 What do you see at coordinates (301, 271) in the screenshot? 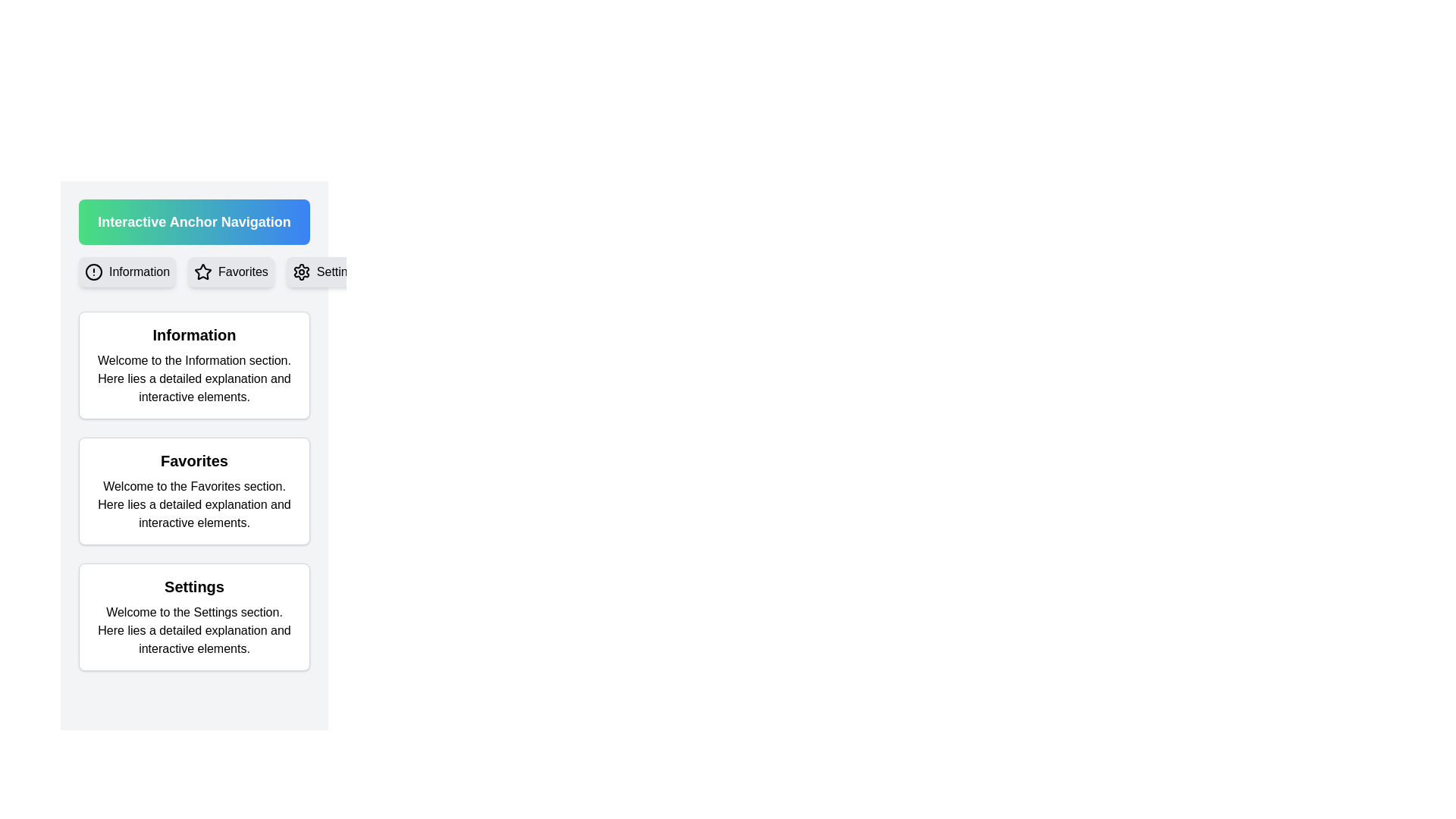
I see `the settings icon located in the bottom right section of the header navigation bar` at bounding box center [301, 271].